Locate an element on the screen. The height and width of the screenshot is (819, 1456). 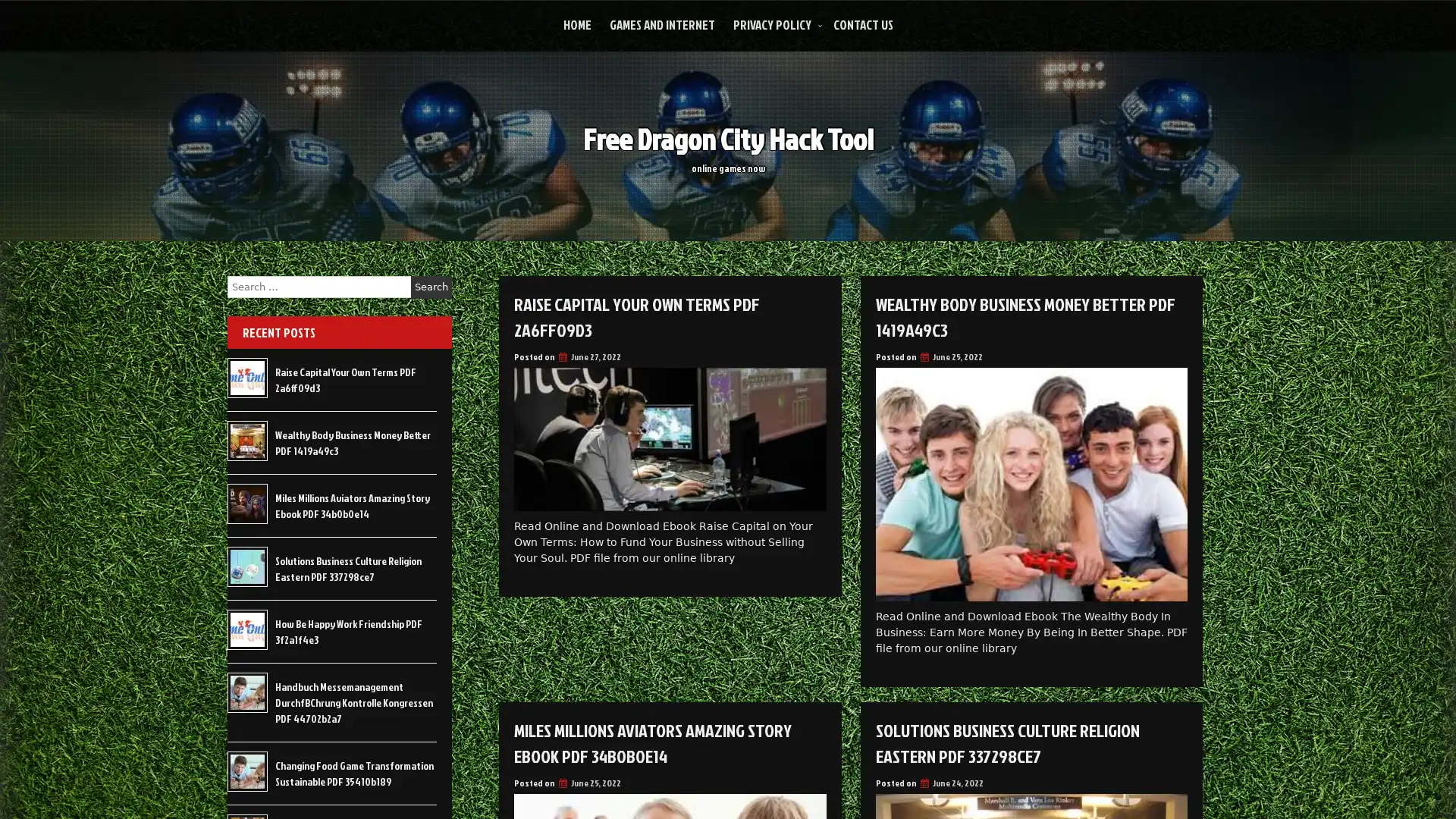
Search is located at coordinates (431, 287).